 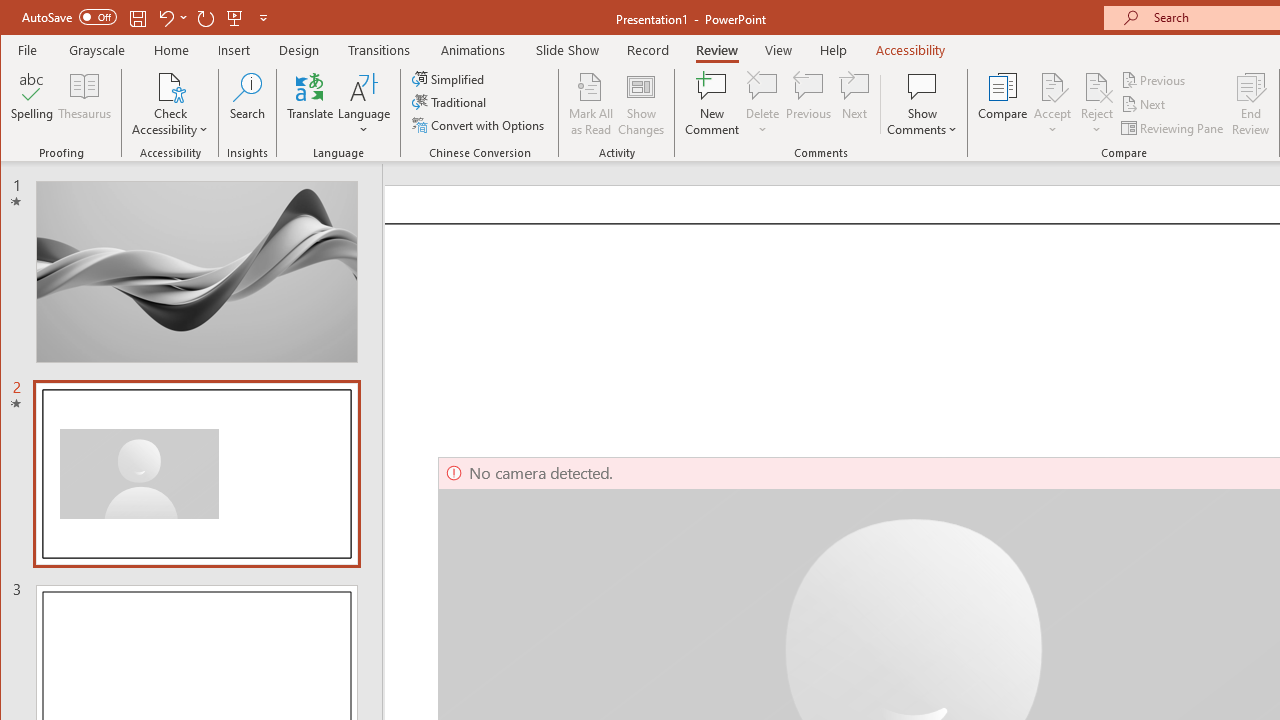 I want to click on 'Compare', so click(x=1002, y=104).